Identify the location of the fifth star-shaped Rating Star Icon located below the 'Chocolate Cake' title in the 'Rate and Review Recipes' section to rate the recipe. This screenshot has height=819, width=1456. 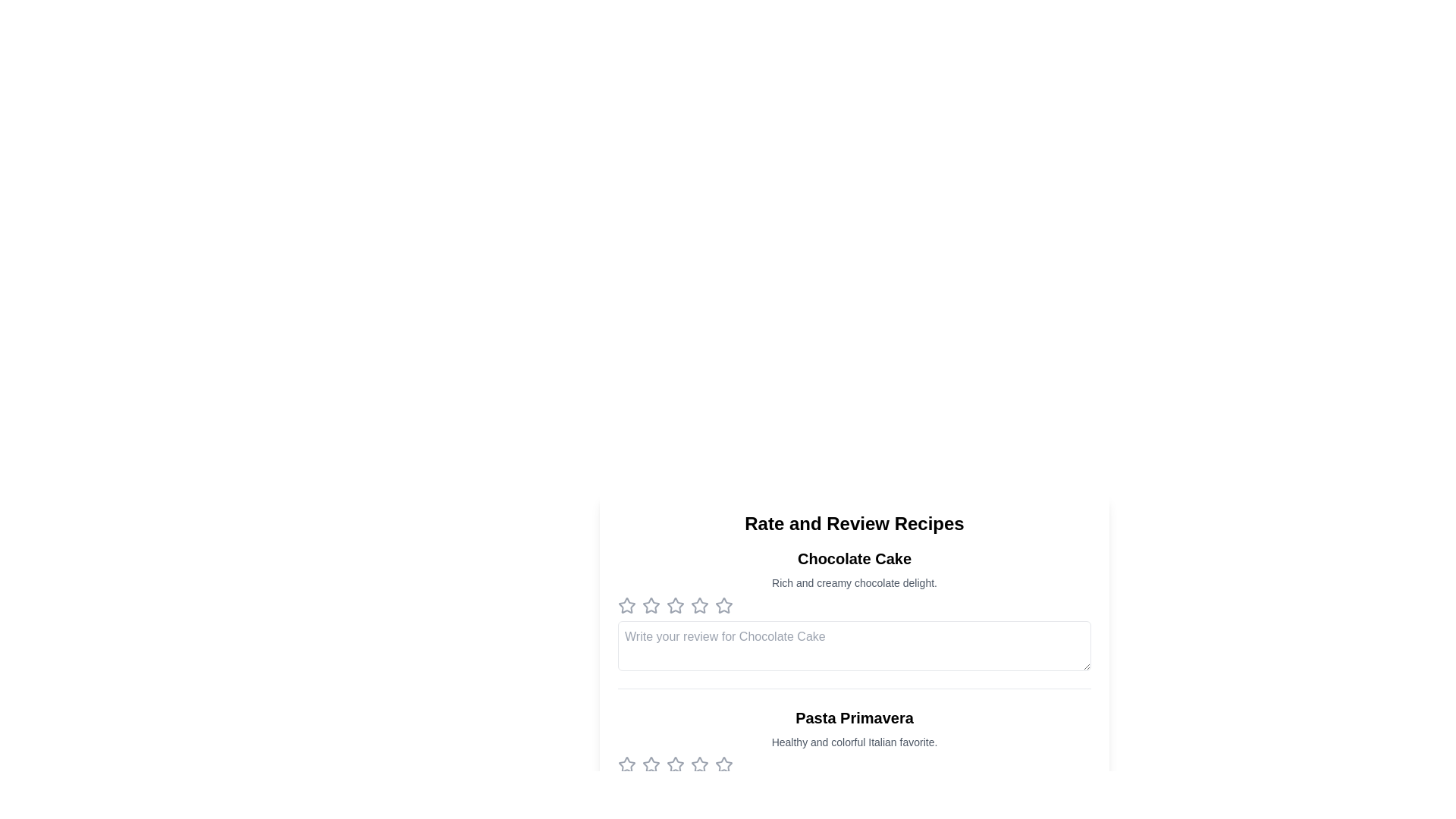
(723, 604).